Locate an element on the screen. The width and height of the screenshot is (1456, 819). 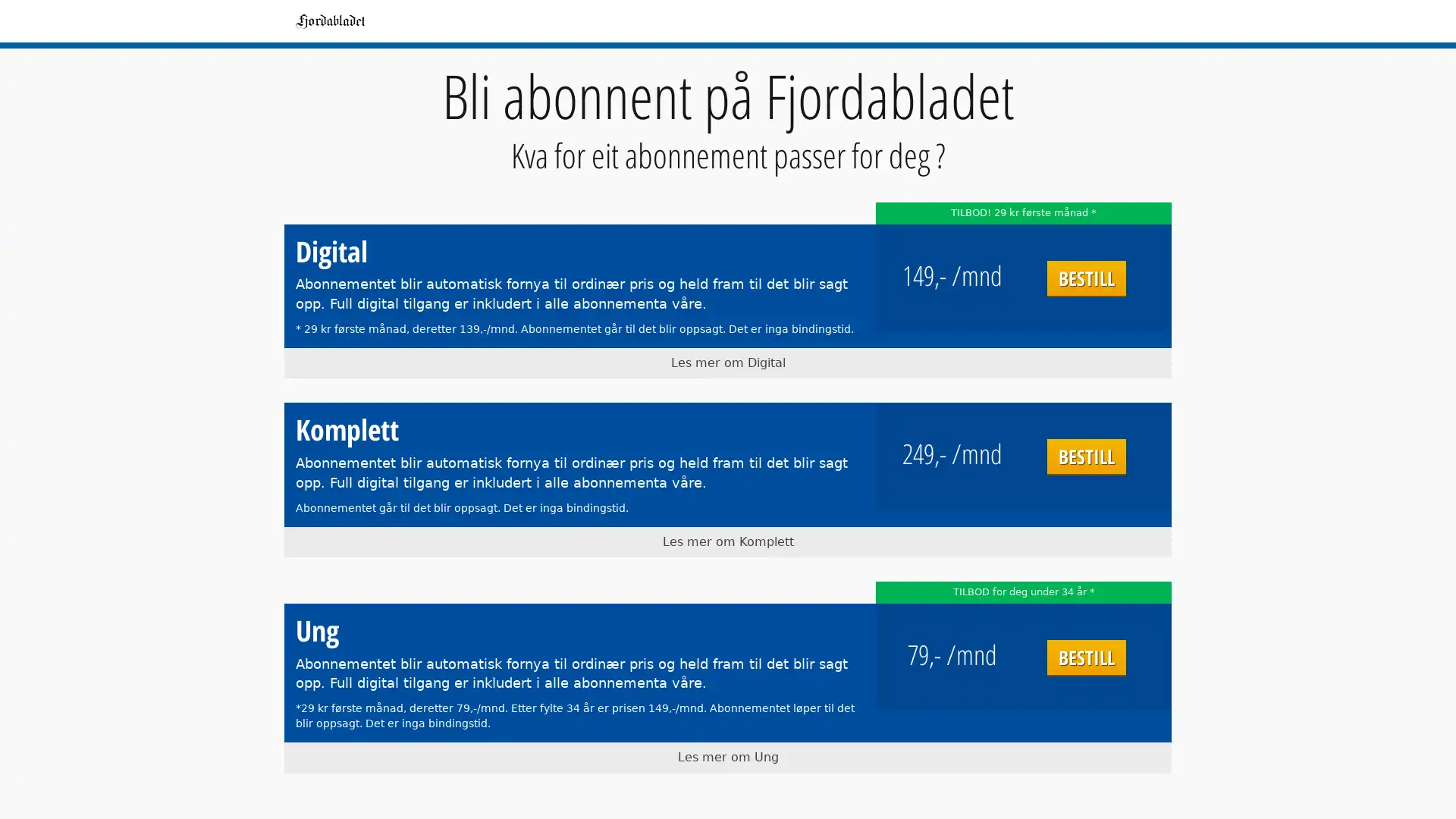
Les mer om Komplett is located at coordinates (728, 541).